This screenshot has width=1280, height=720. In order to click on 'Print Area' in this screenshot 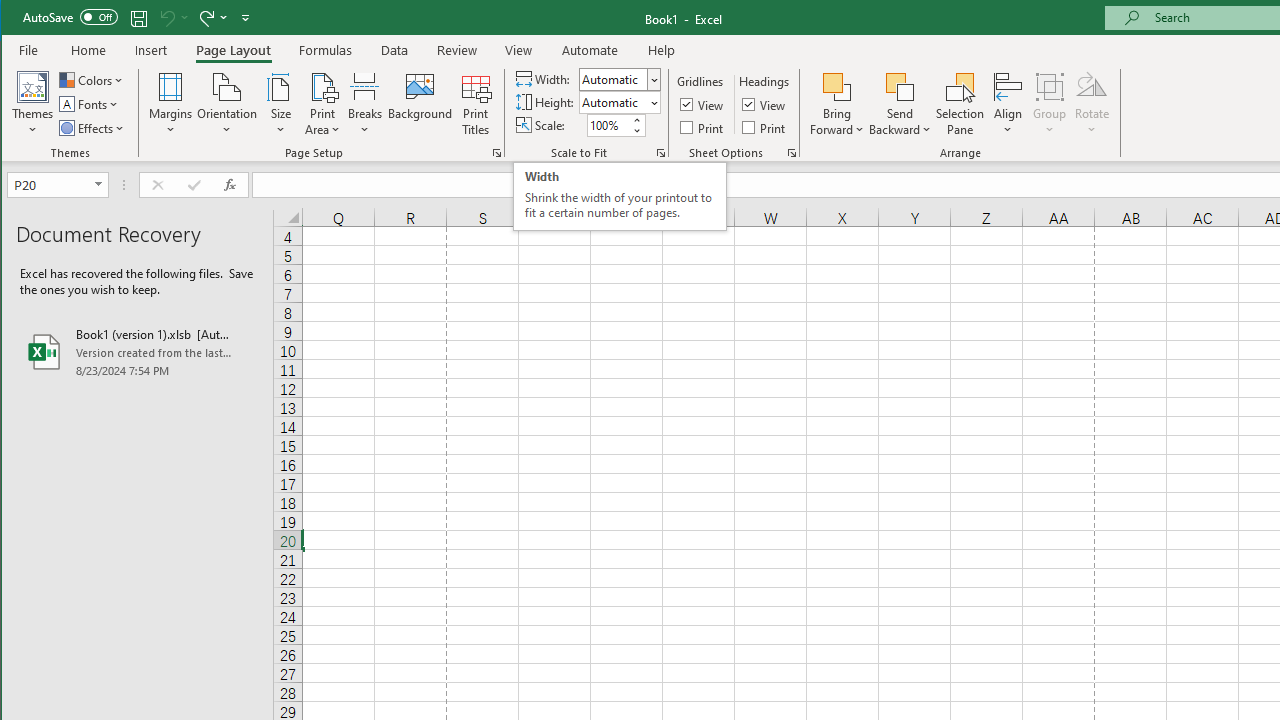, I will do `click(323, 104)`.